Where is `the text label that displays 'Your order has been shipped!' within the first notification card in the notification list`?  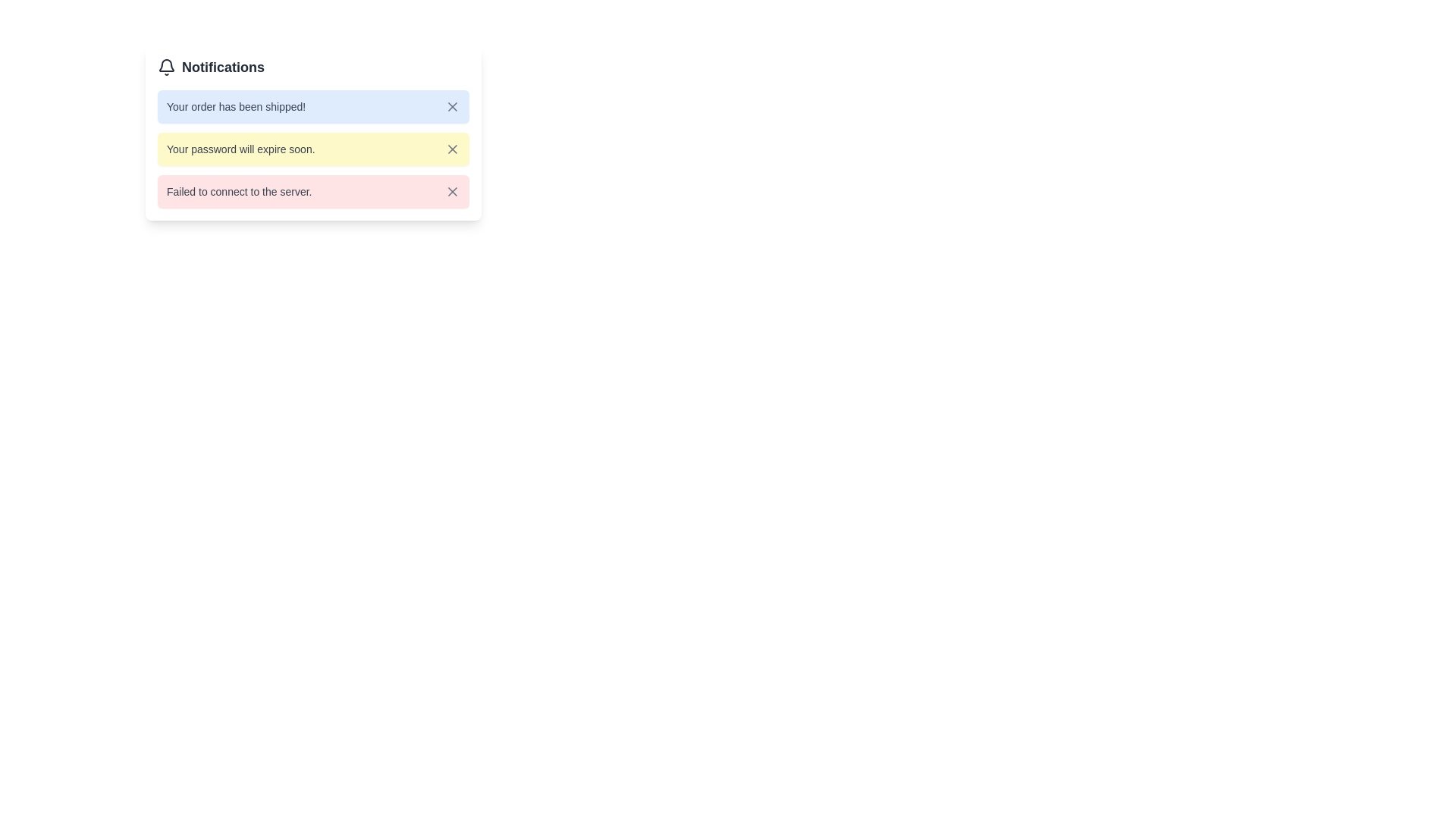
the text label that displays 'Your order has been shipped!' within the first notification card in the notification list is located at coordinates (235, 106).